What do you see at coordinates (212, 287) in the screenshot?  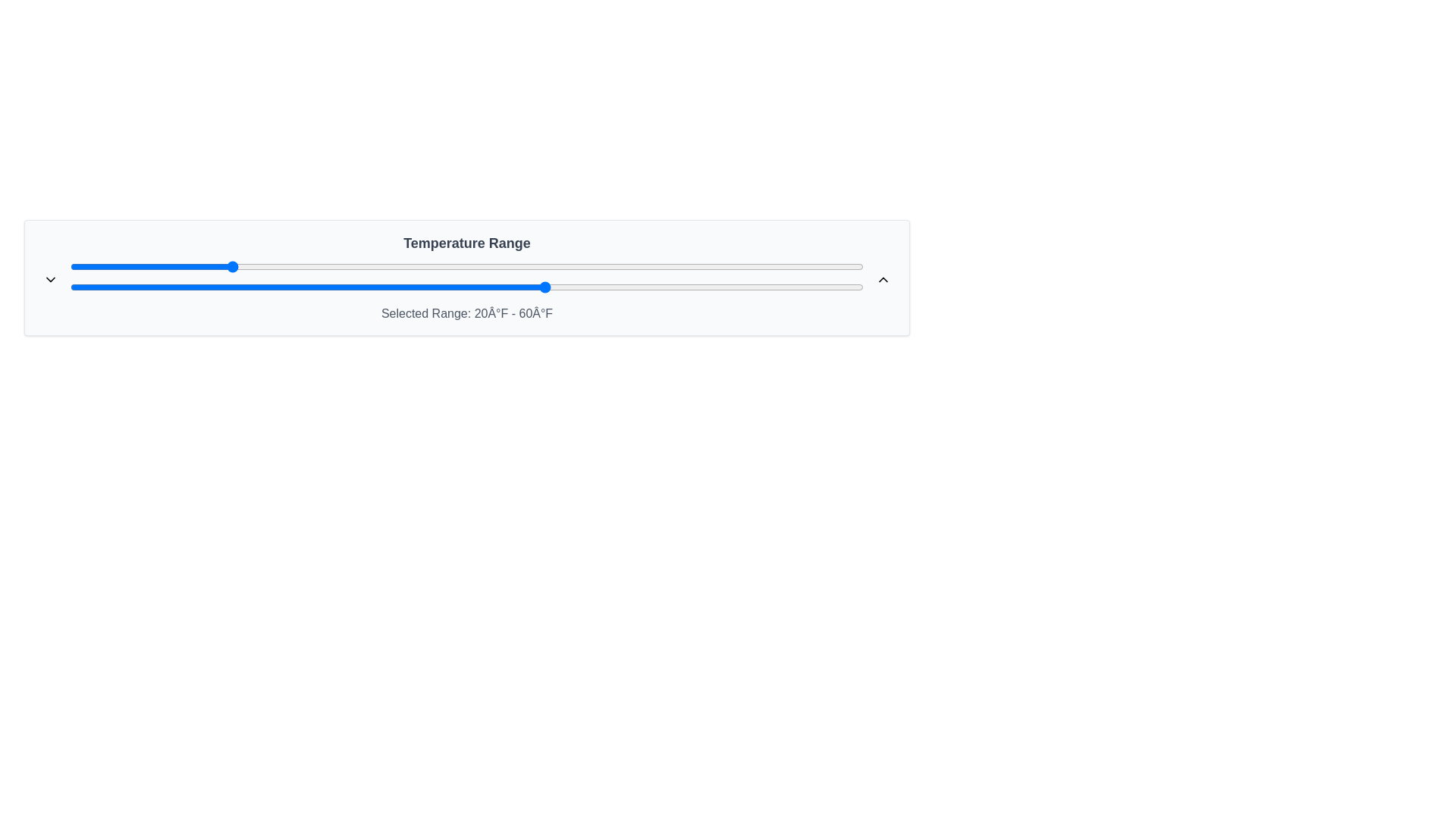 I see `the slider` at bounding box center [212, 287].